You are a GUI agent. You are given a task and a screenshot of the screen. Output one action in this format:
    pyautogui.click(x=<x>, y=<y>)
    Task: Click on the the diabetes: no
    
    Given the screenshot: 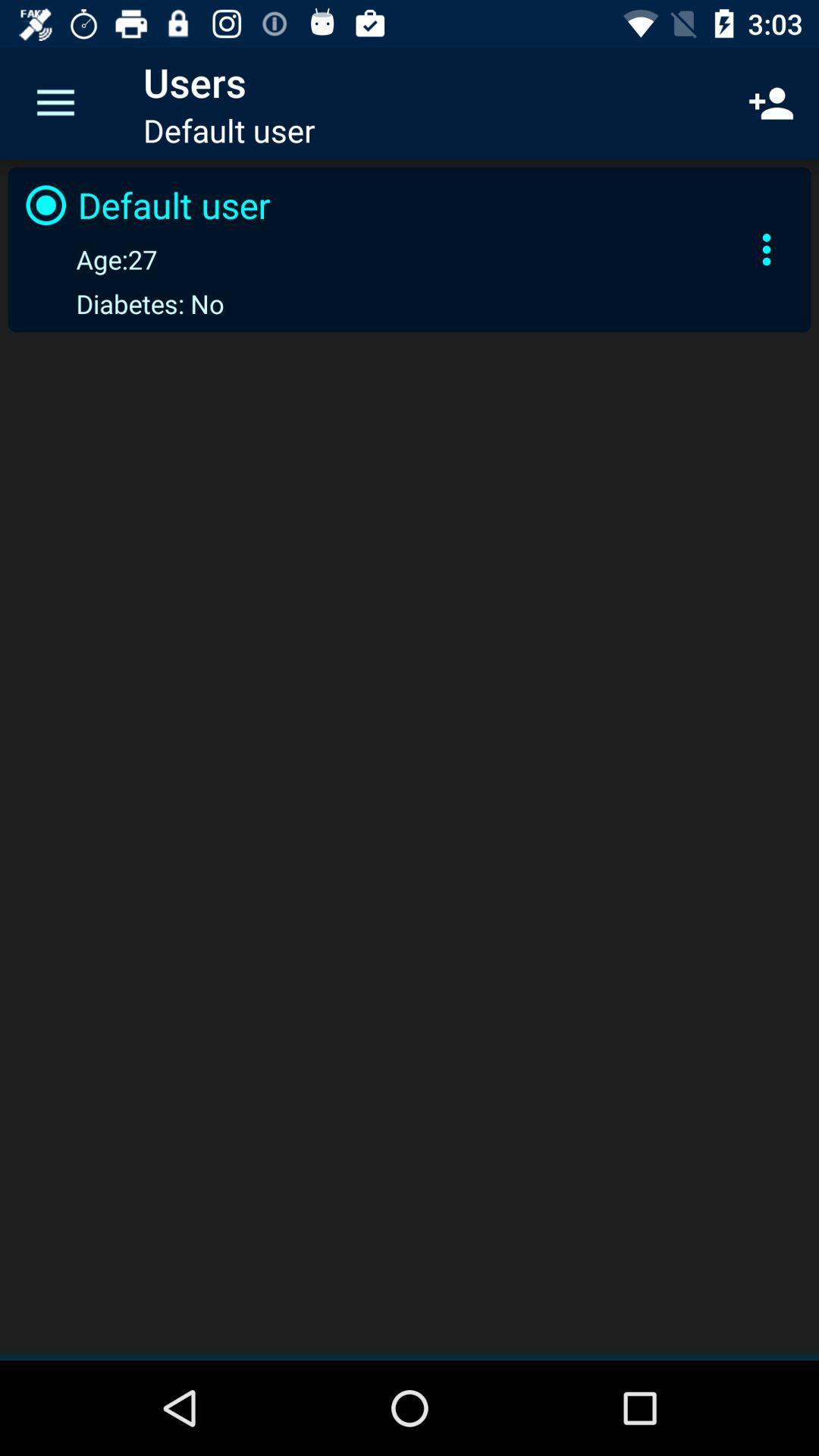 What is the action you would take?
    pyautogui.click(x=121, y=303)
    